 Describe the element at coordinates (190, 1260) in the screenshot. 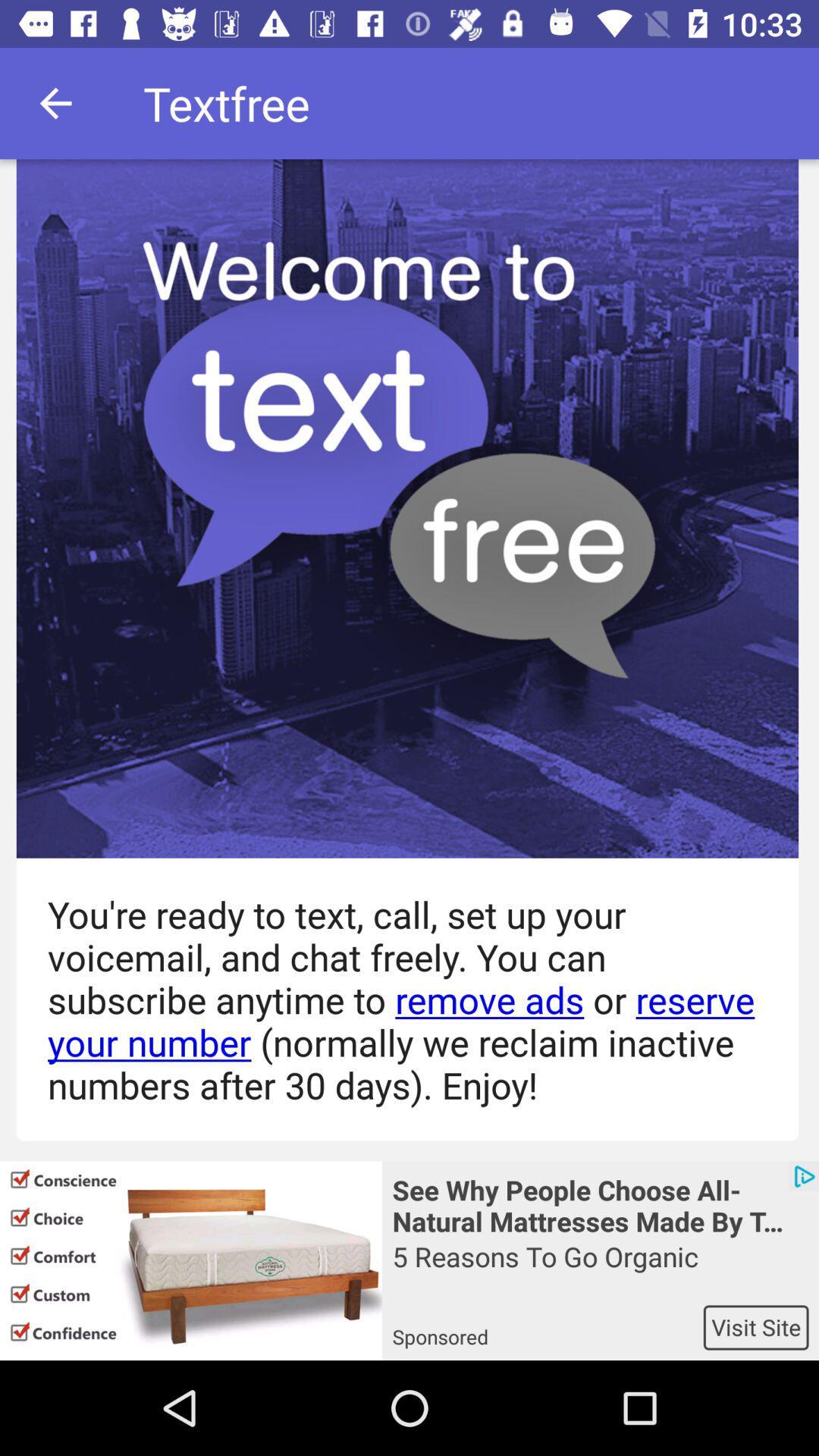

I see `icon to the left of see why people` at that location.